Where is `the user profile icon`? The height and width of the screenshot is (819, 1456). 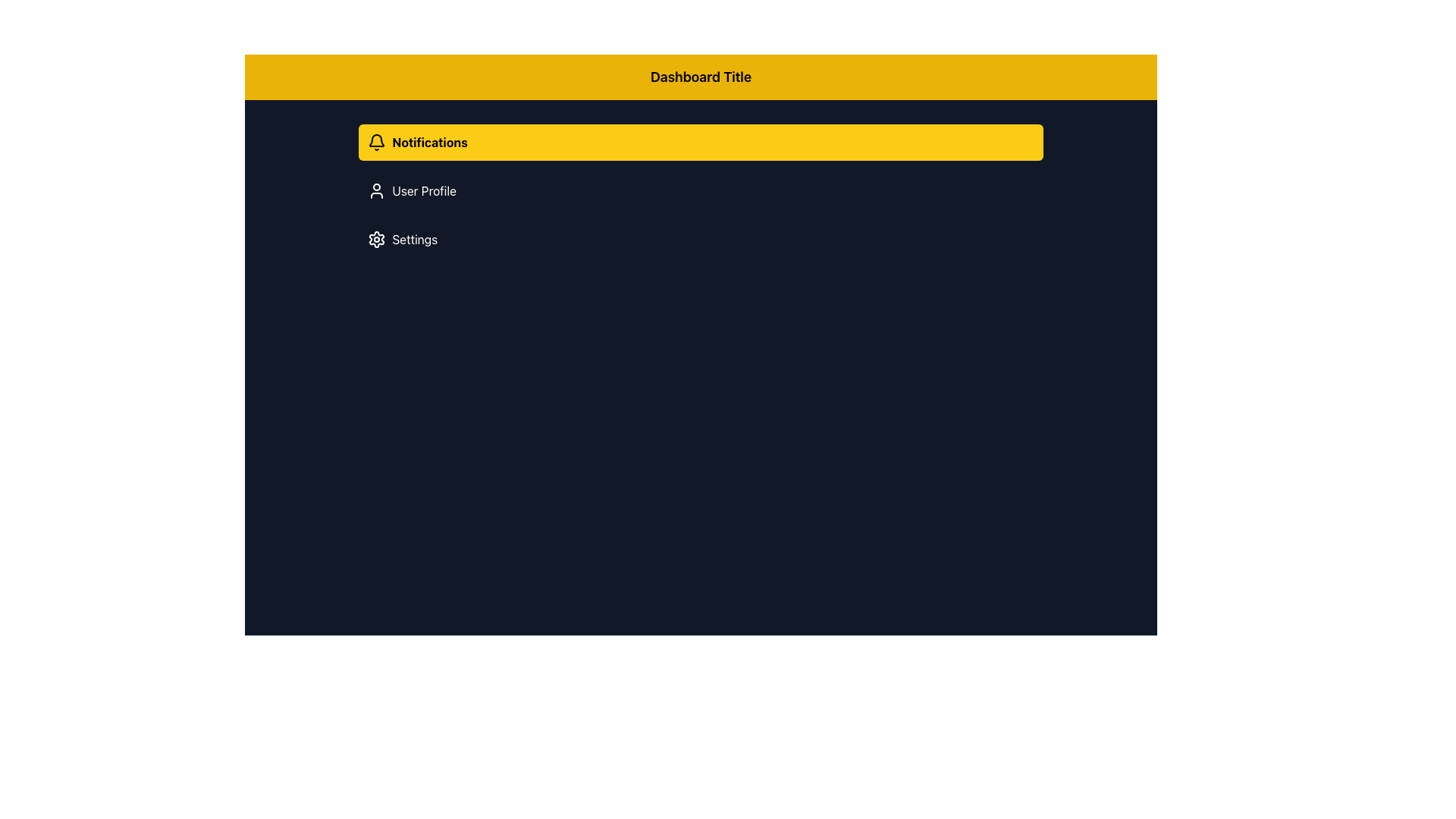
the user profile icon is located at coordinates (377, 190).